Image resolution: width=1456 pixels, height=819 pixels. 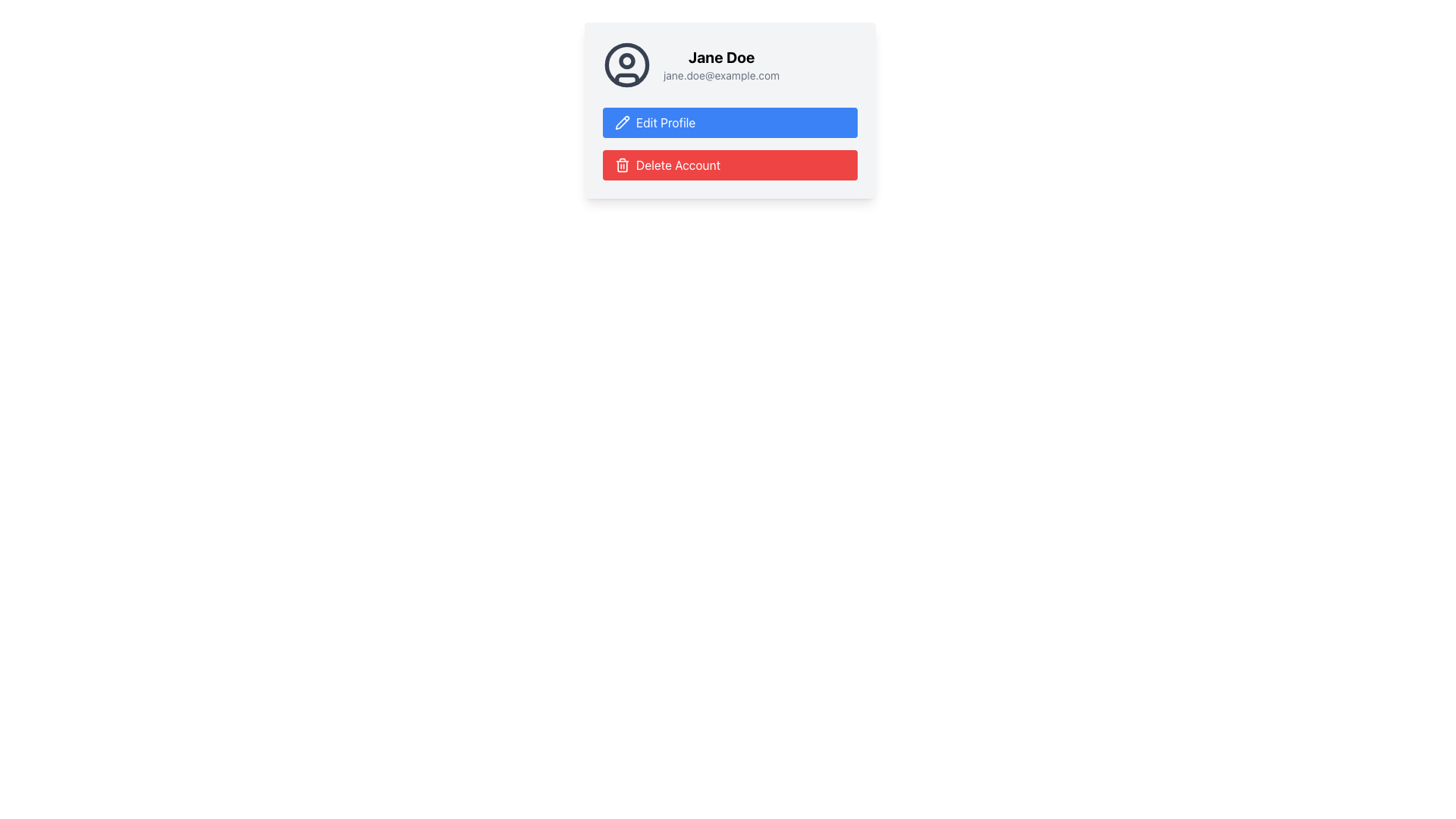 What do you see at coordinates (720, 76) in the screenshot?
I see `the email address text element displaying 'jane.doe@example.com', which is located directly below the bold name 'Jane Doe' in the profile information component` at bounding box center [720, 76].